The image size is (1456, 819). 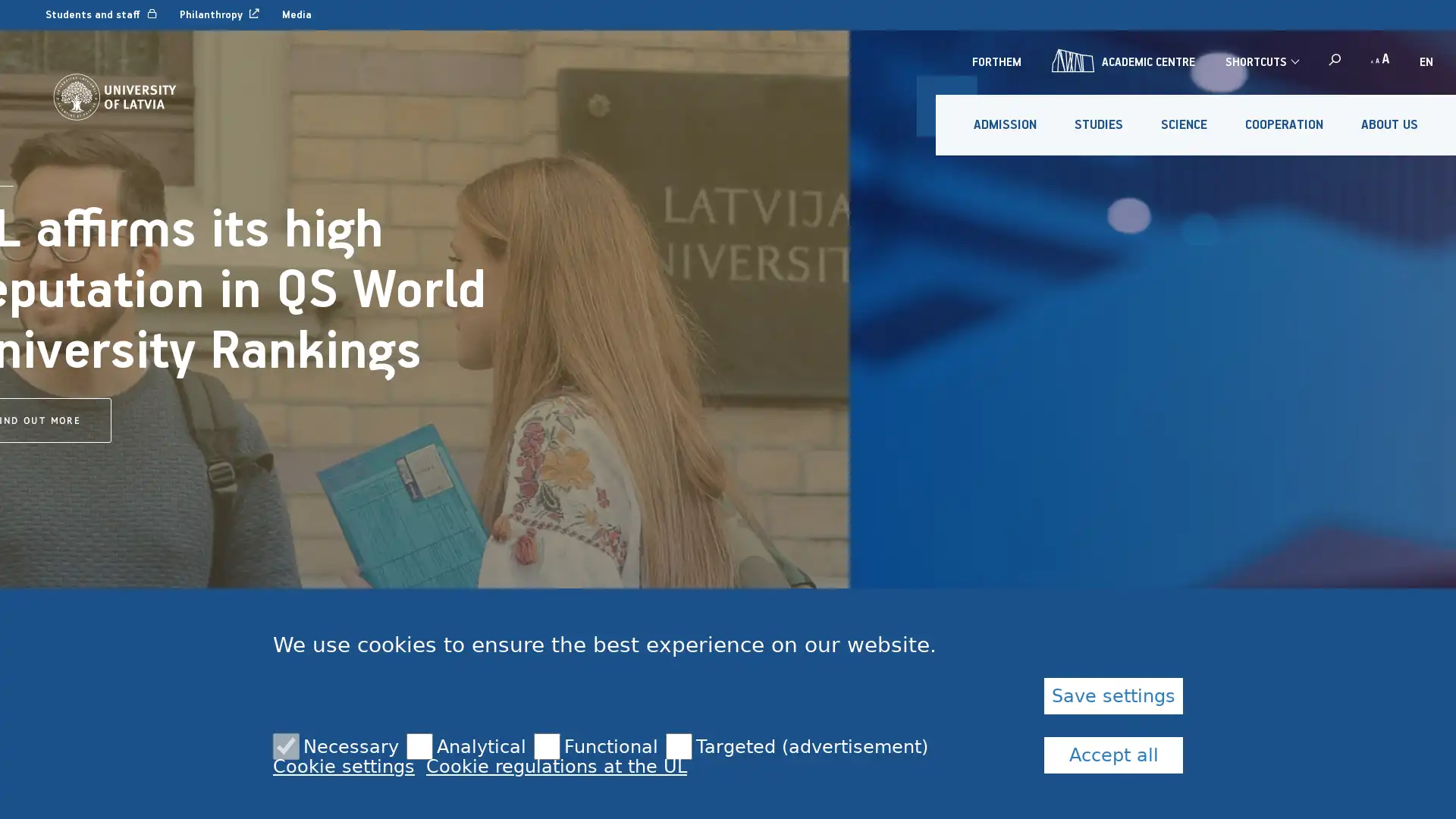 I want to click on EN, so click(x=1426, y=61).